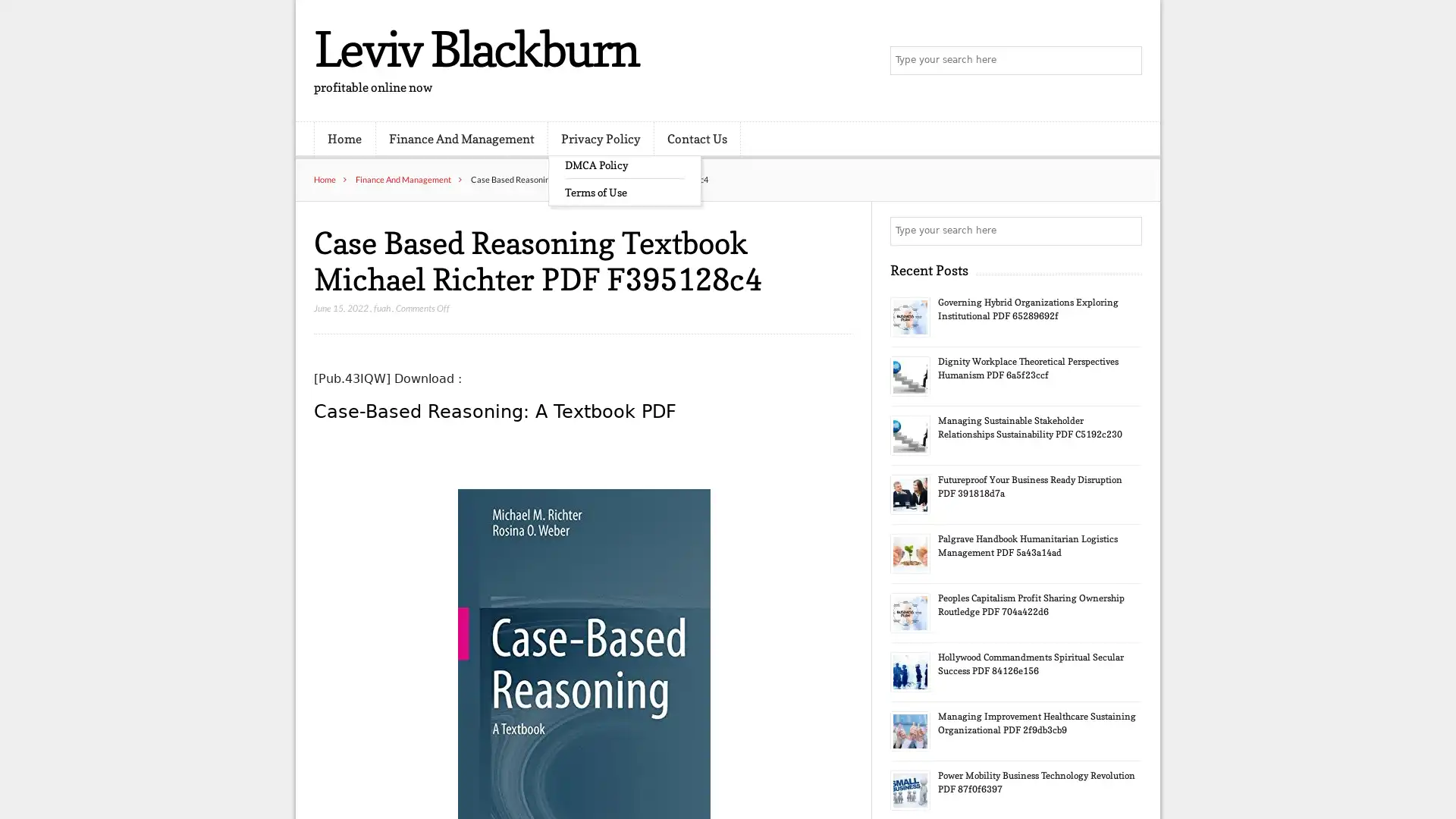  I want to click on Search, so click(1126, 61).